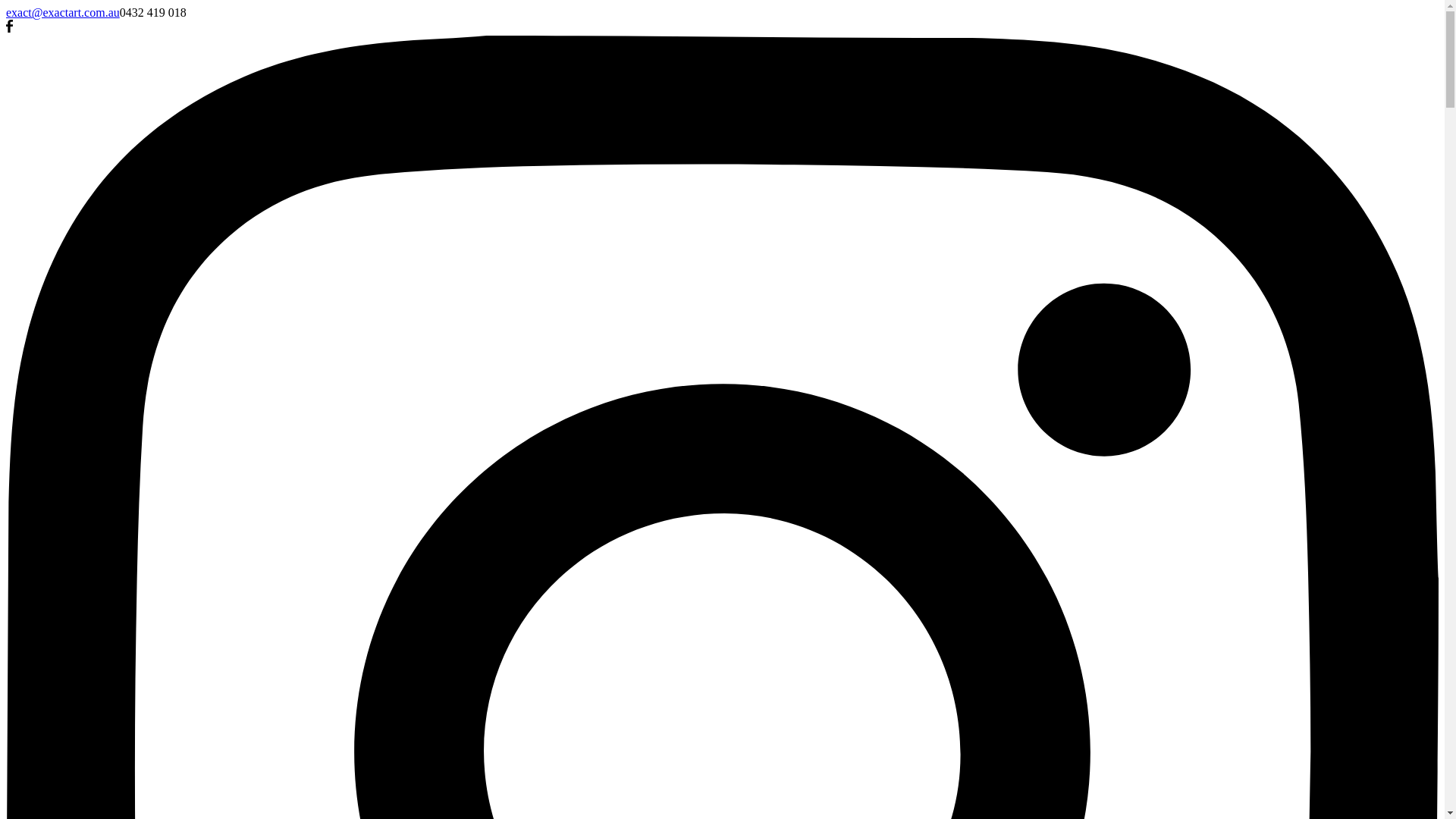 Image resolution: width=1456 pixels, height=819 pixels. What do you see at coordinates (6, 12) in the screenshot?
I see `'exact@exactart.com.au'` at bounding box center [6, 12].